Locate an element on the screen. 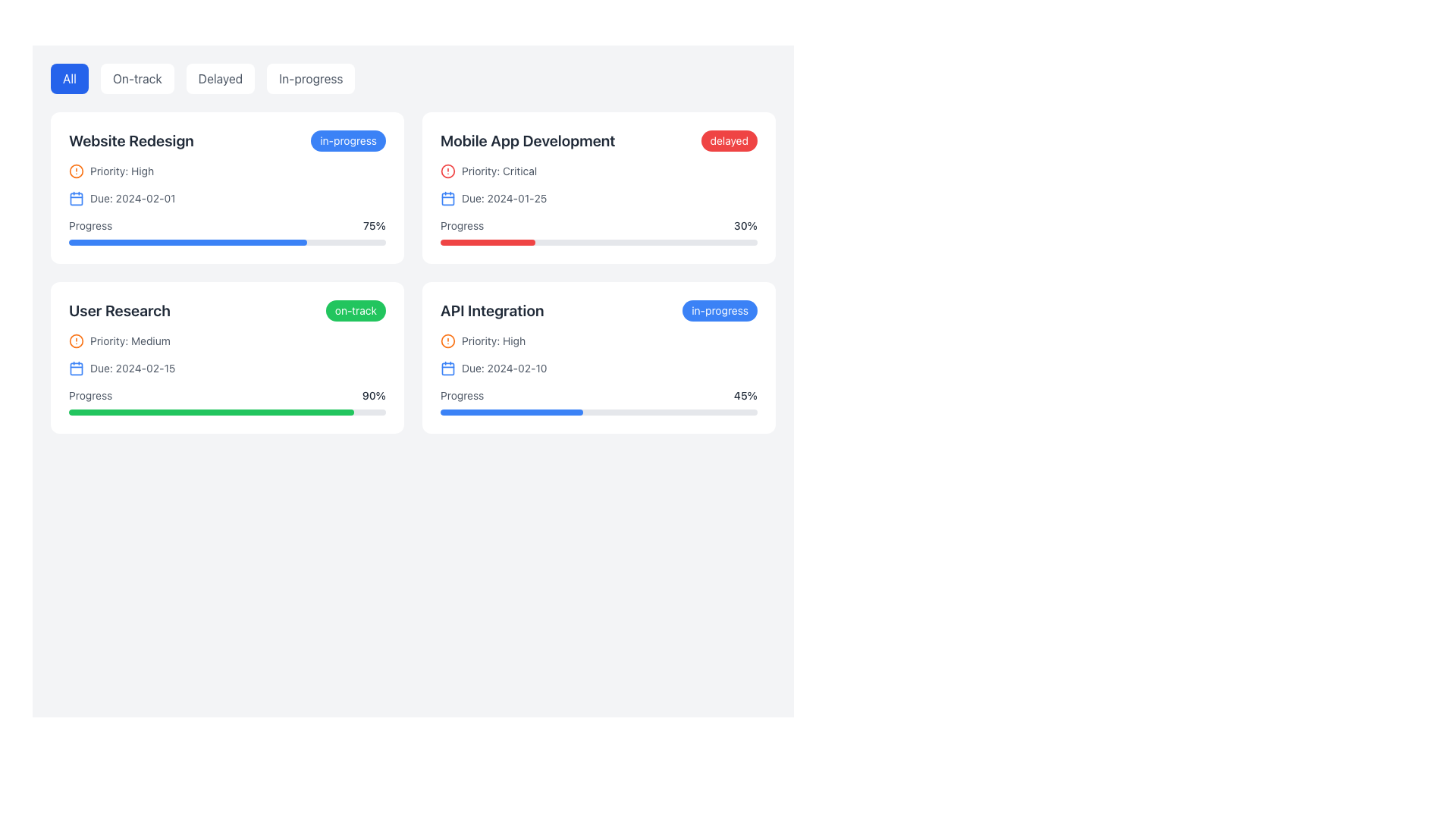 The image size is (1456, 819). the status indicator in the 'Website Redesign' card is located at coordinates (347, 140).